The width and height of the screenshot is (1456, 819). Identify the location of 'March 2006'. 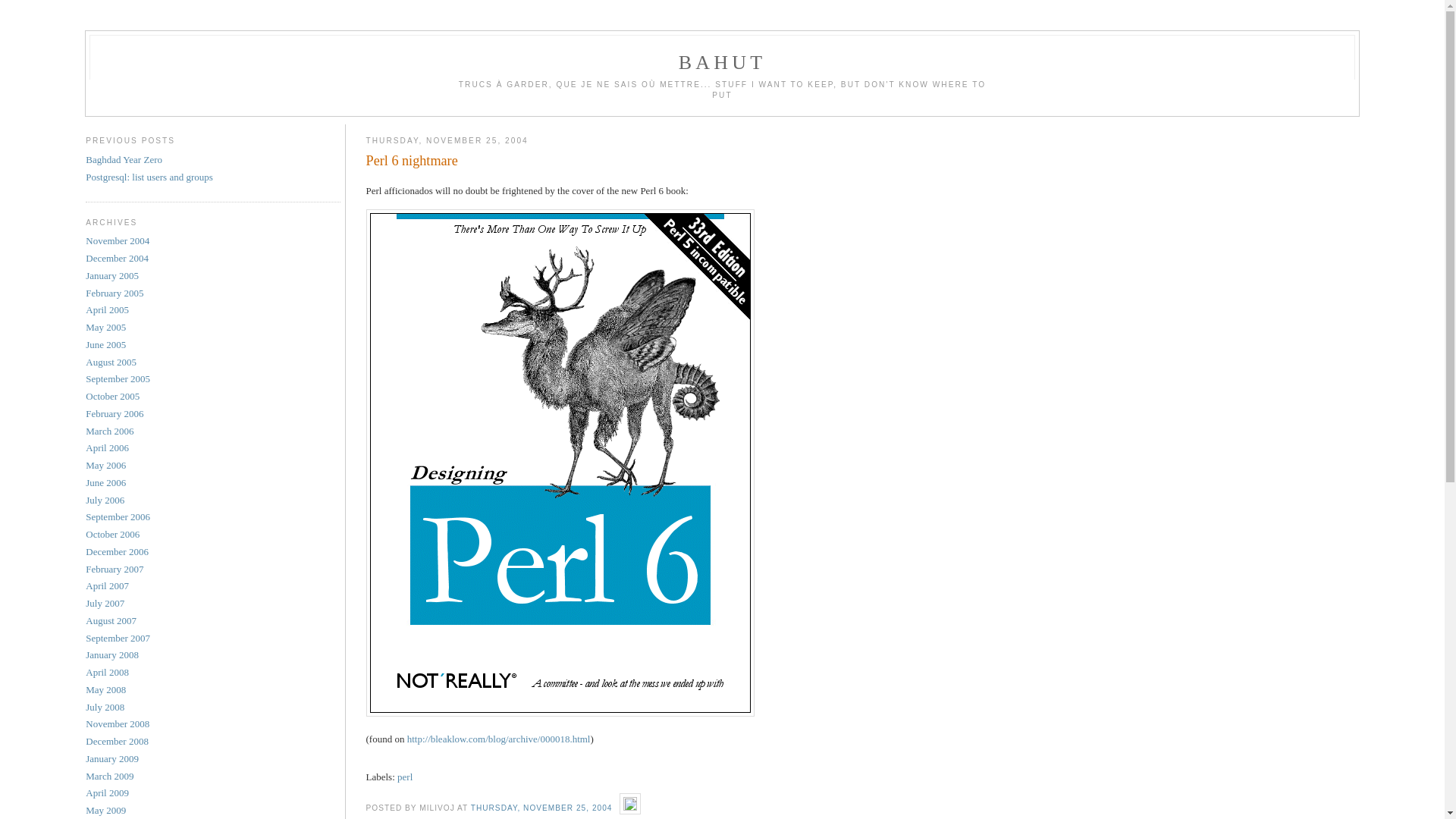
(108, 431).